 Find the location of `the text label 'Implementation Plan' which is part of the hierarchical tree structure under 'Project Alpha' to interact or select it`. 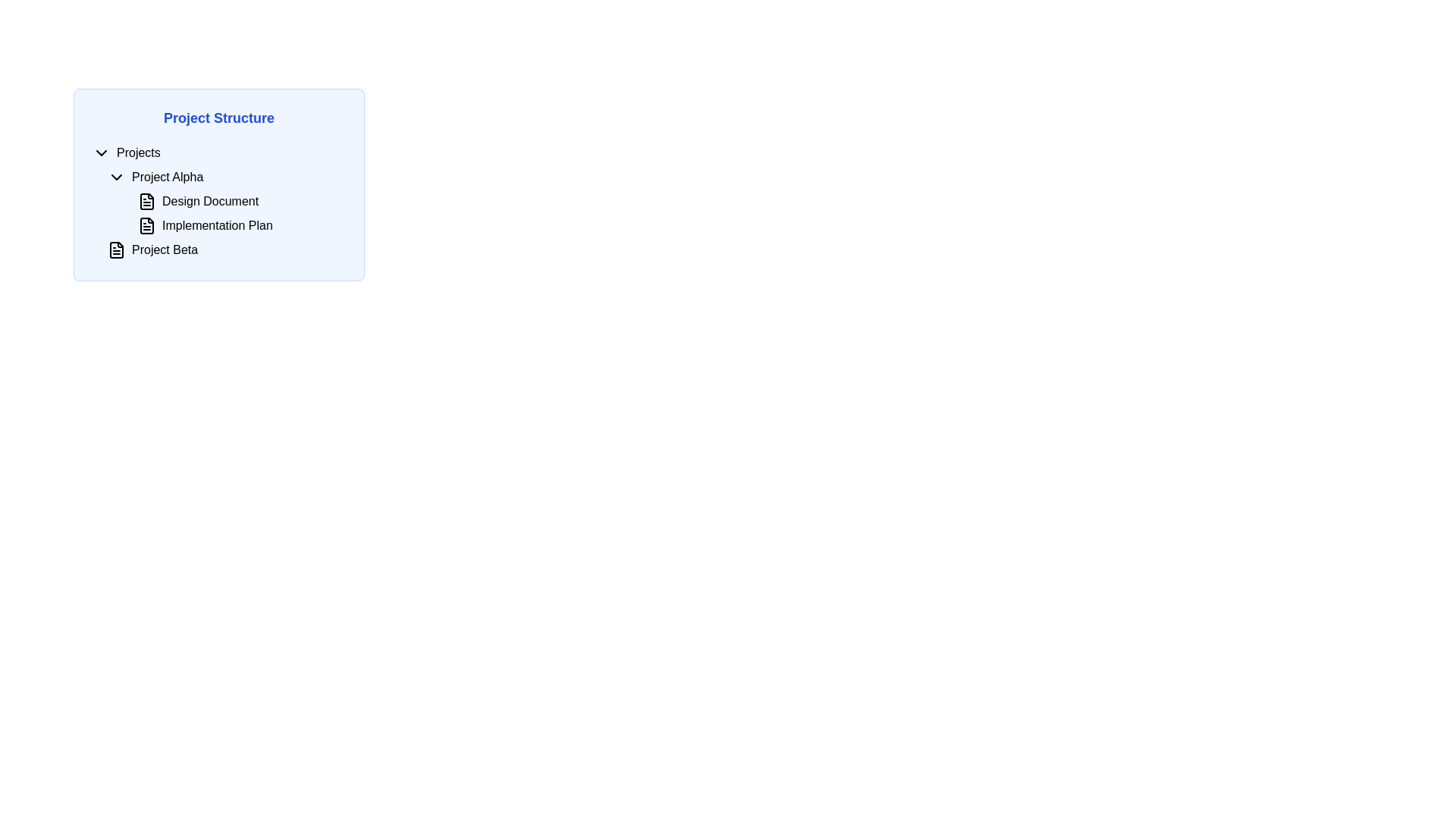

the text label 'Implementation Plan' which is part of the hierarchical tree structure under 'Project Alpha' to interact or select it is located at coordinates (216, 225).